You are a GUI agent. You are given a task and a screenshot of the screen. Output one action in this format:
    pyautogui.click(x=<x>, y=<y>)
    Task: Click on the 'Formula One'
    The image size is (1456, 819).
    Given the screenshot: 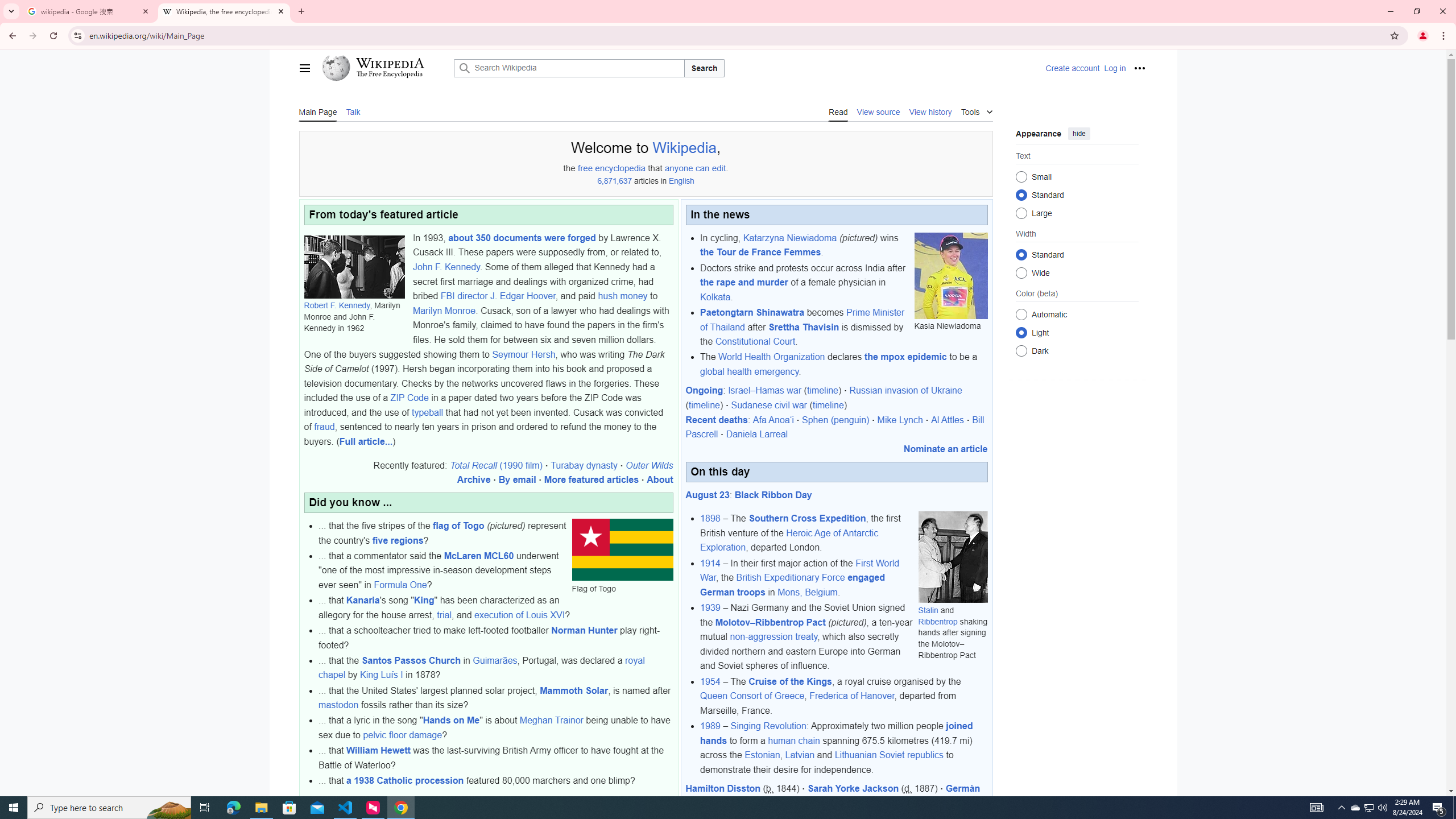 What is the action you would take?
    pyautogui.click(x=400, y=584)
    